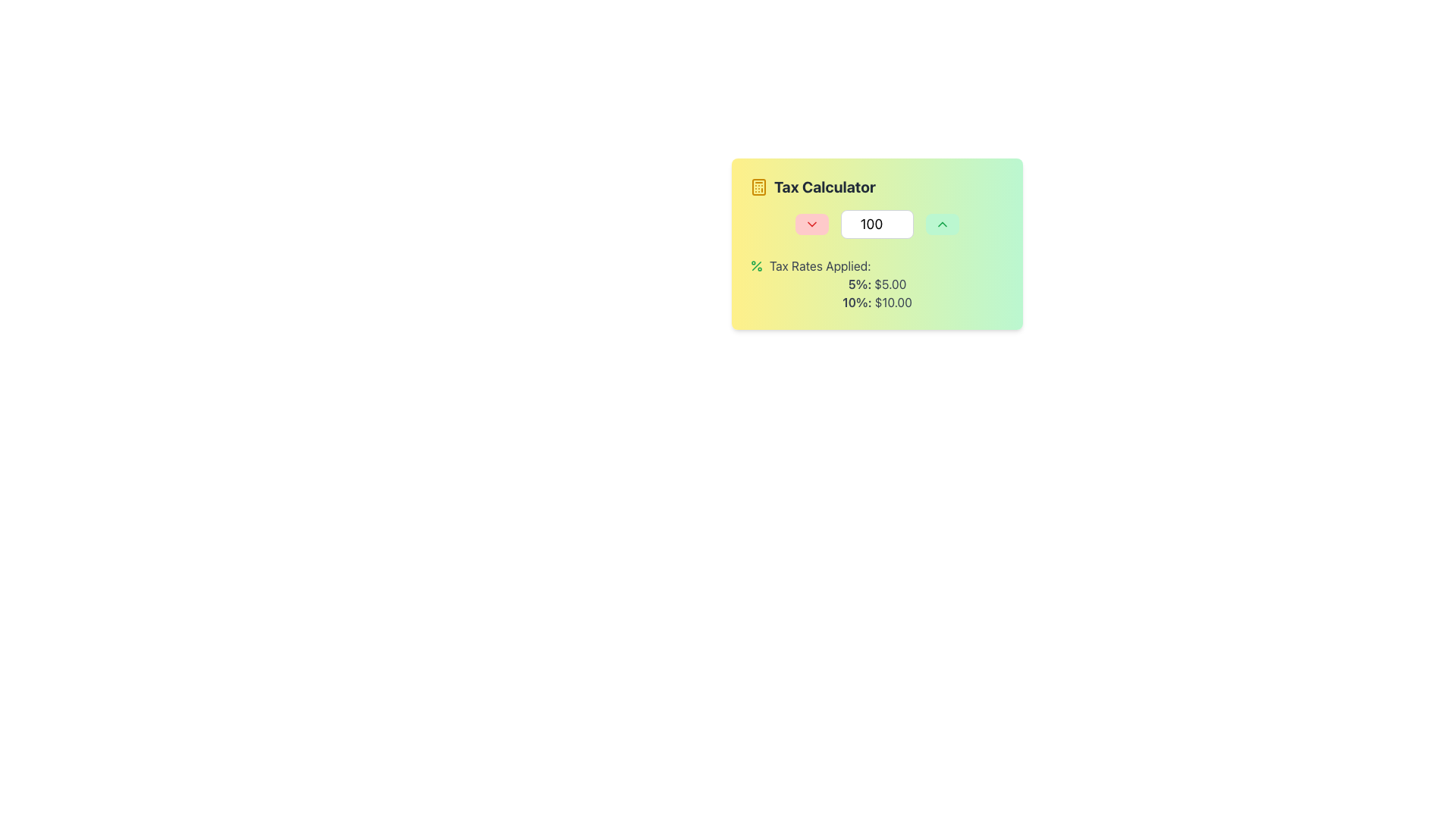  Describe the element at coordinates (811, 224) in the screenshot. I see `the dropdown toggle button located in the input section of the tax calculator interface` at that location.